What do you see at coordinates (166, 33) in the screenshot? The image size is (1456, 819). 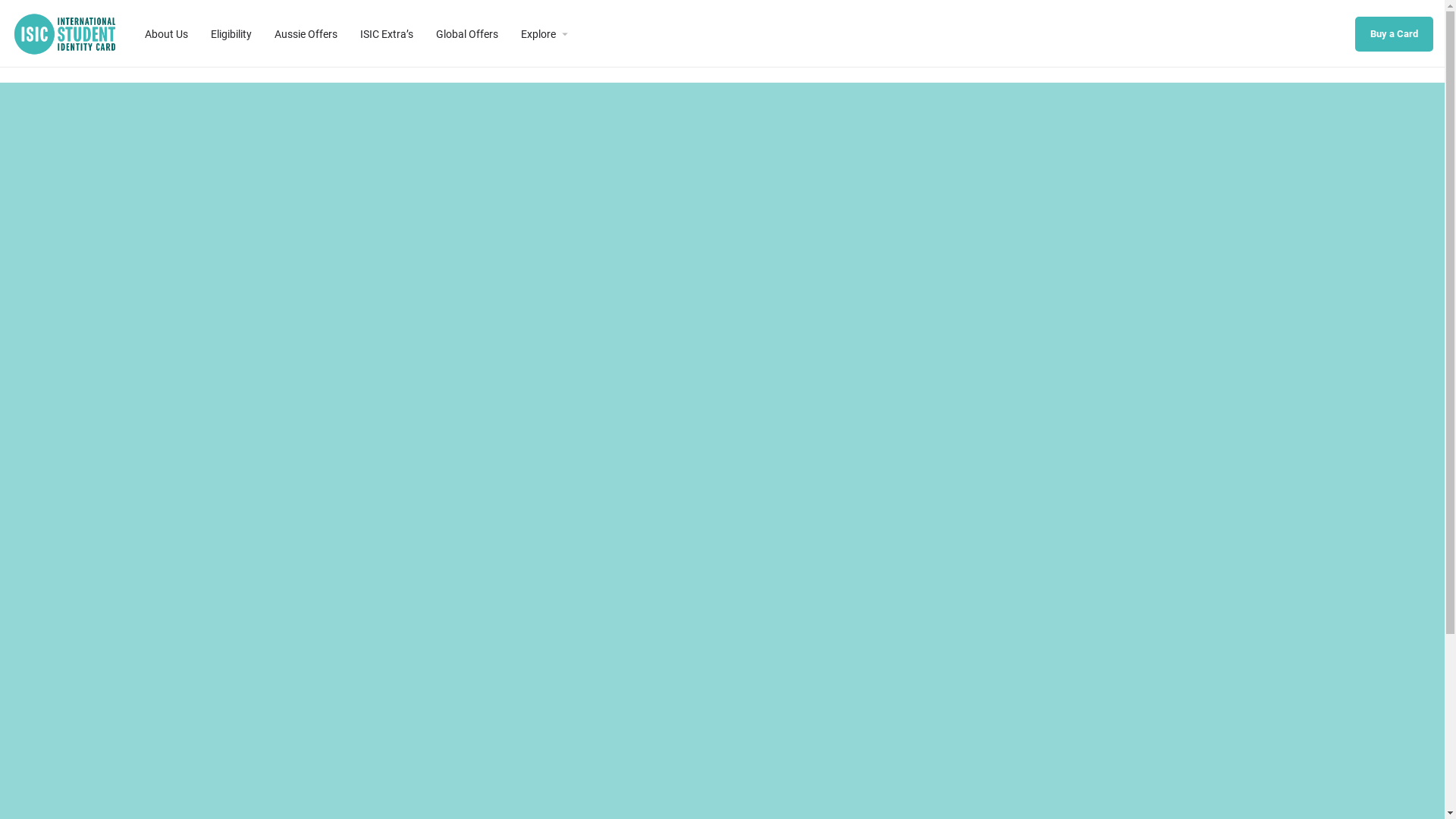 I see `'About Us'` at bounding box center [166, 33].